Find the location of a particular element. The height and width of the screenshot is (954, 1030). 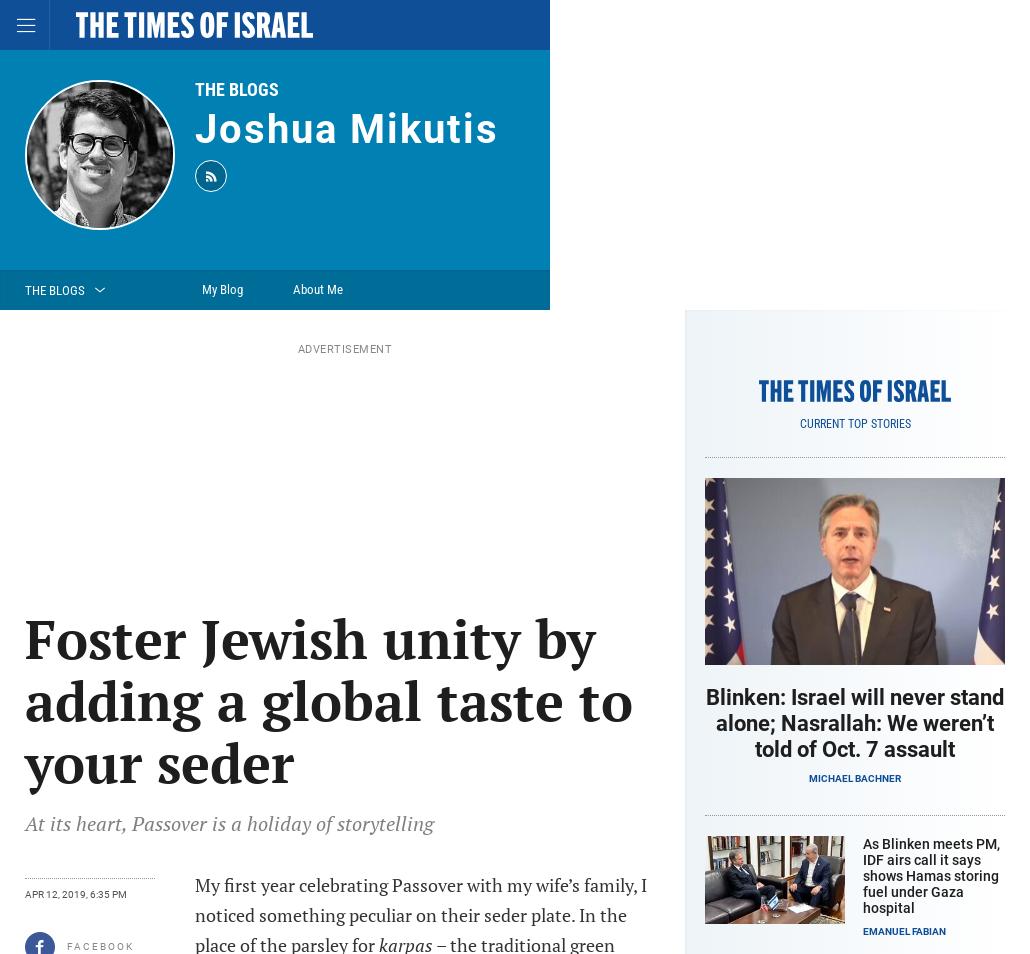

'Foster Jewish unity by adding a global taste to your seder' is located at coordinates (327, 699).